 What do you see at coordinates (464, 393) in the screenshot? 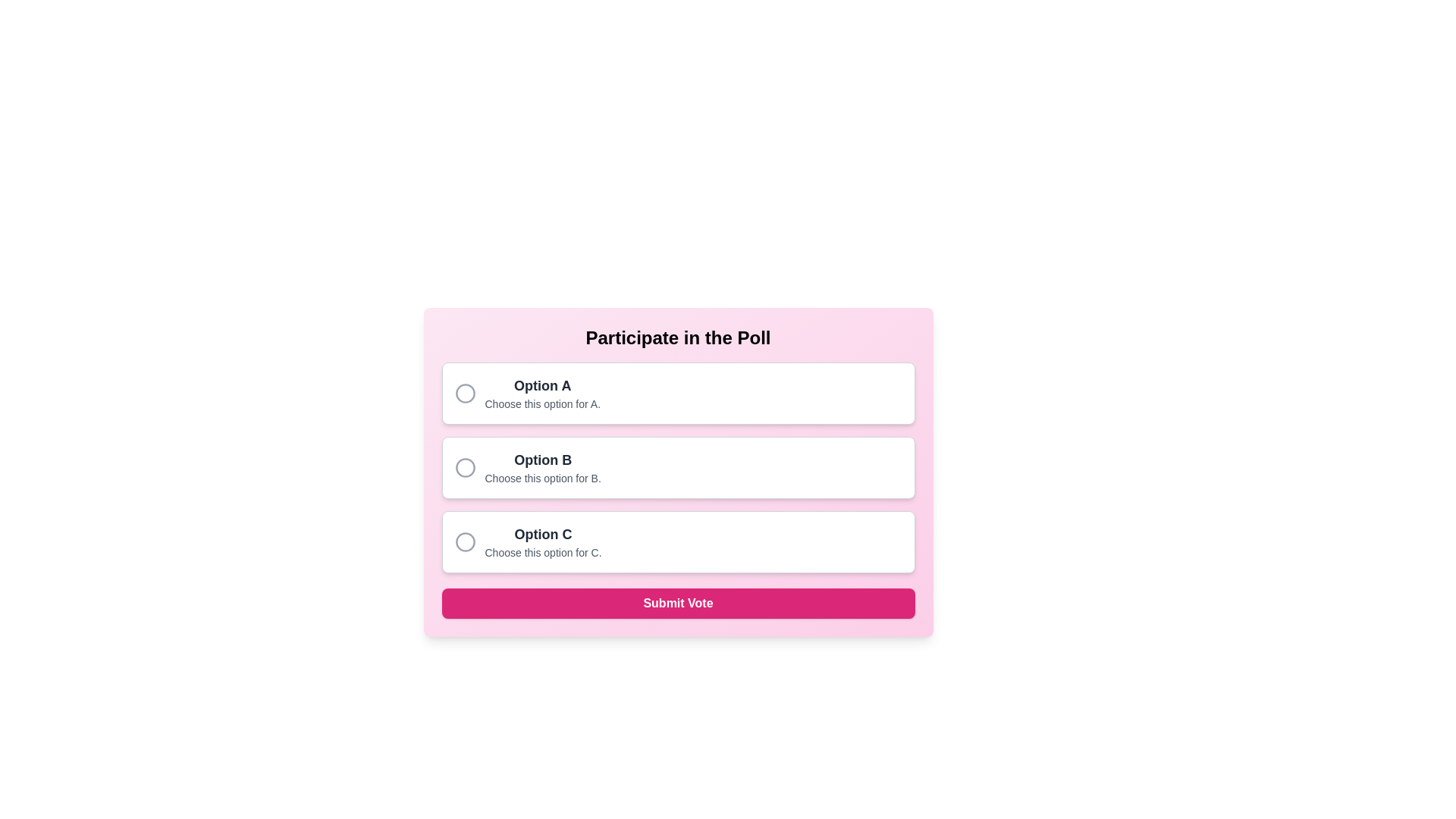
I see `the radio button for 'Option A'` at bounding box center [464, 393].